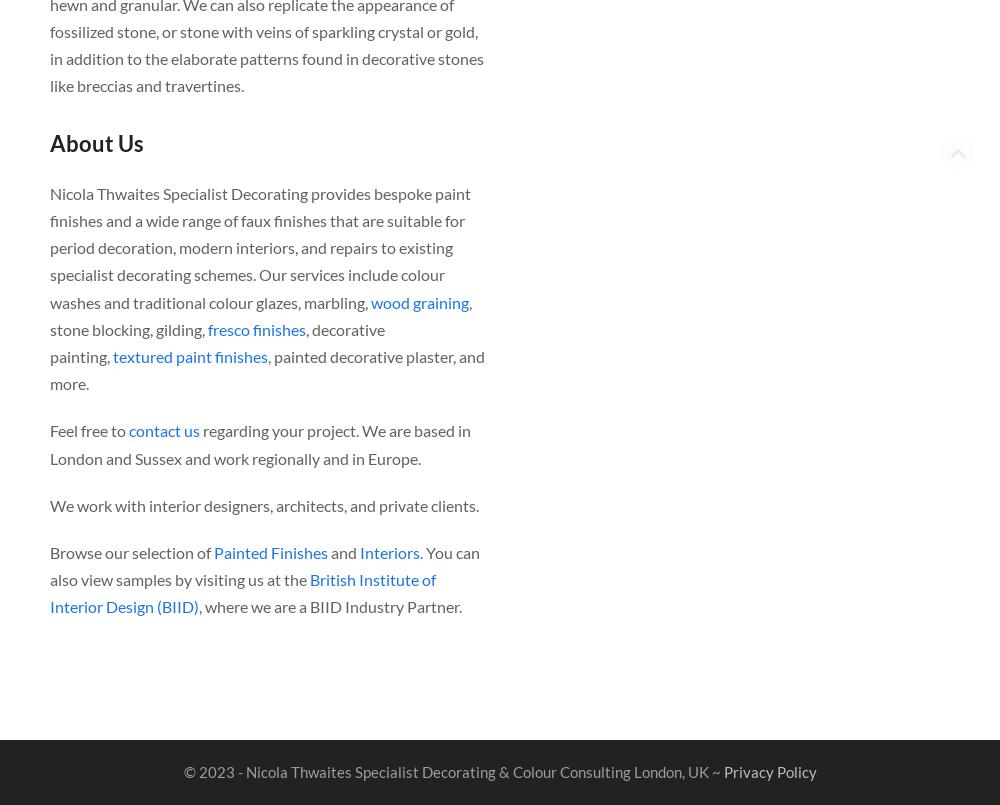 This screenshot has width=1000, height=805. What do you see at coordinates (164, 429) in the screenshot?
I see `'contact us'` at bounding box center [164, 429].